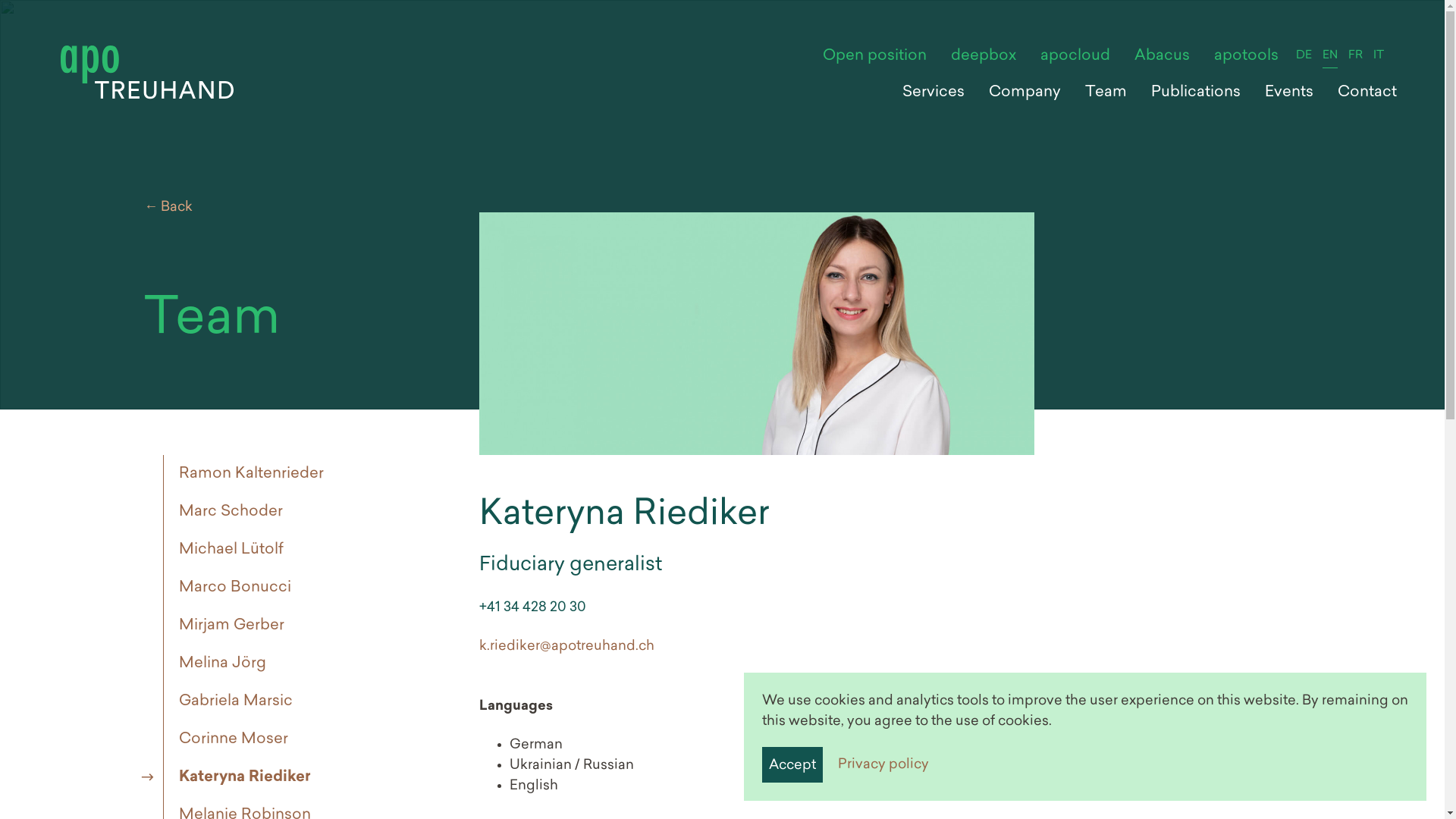 The height and width of the screenshot is (819, 1456). I want to click on 'deepbox', so click(983, 55).